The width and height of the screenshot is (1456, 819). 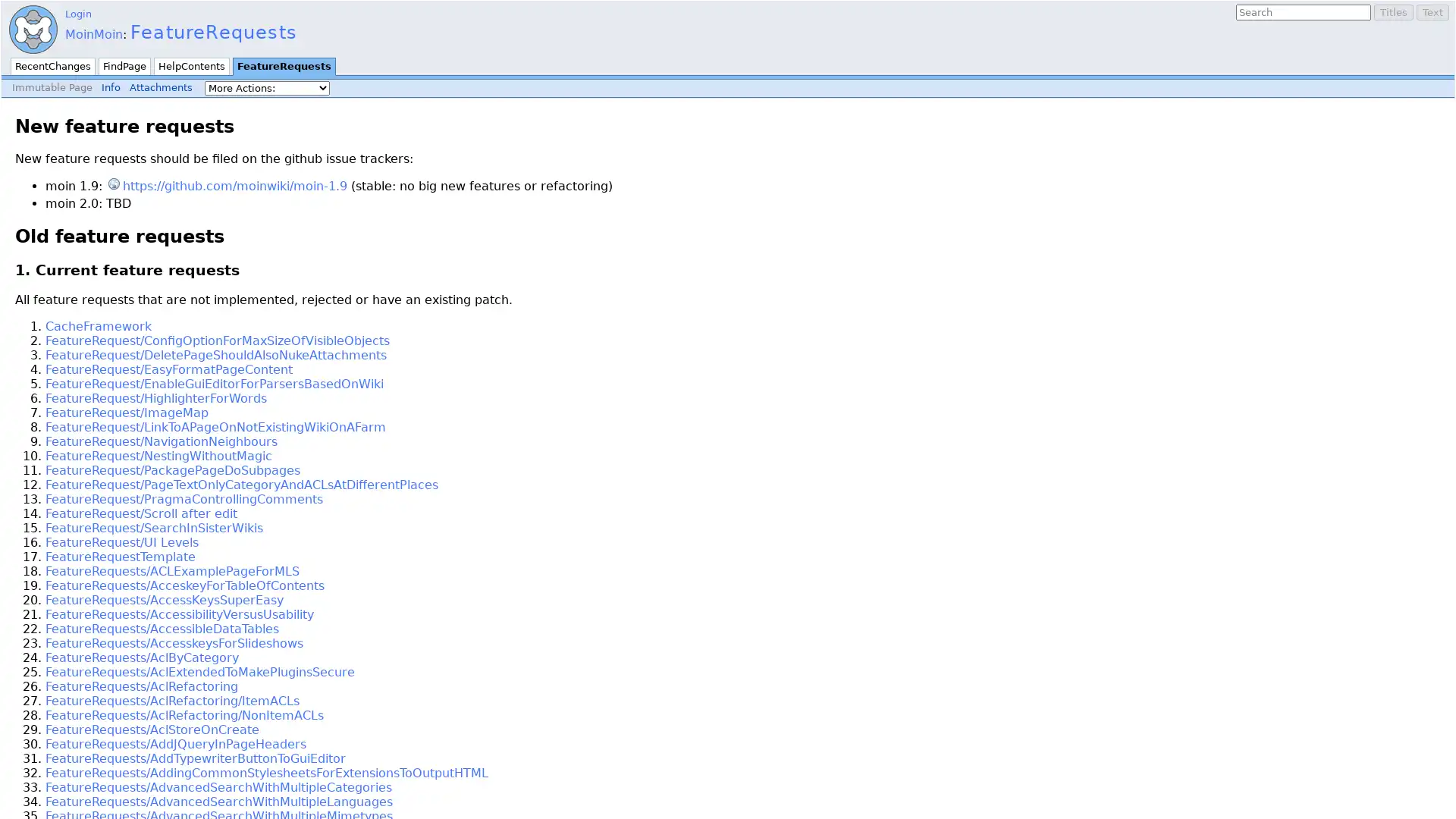 I want to click on Text, so click(x=1432, y=12).